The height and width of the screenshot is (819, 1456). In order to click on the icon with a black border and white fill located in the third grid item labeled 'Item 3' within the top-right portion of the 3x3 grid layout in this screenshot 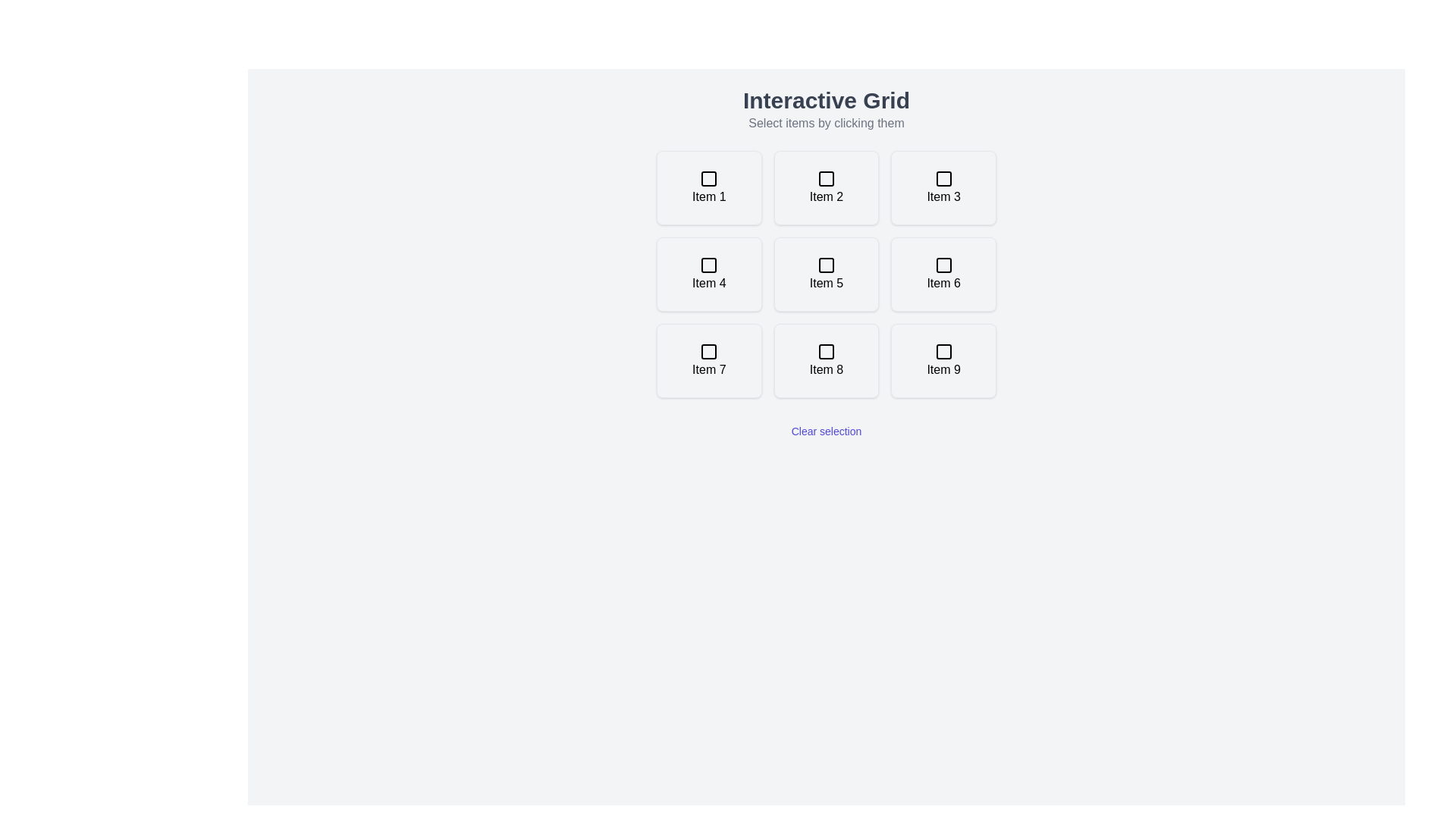, I will do `click(943, 177)`.